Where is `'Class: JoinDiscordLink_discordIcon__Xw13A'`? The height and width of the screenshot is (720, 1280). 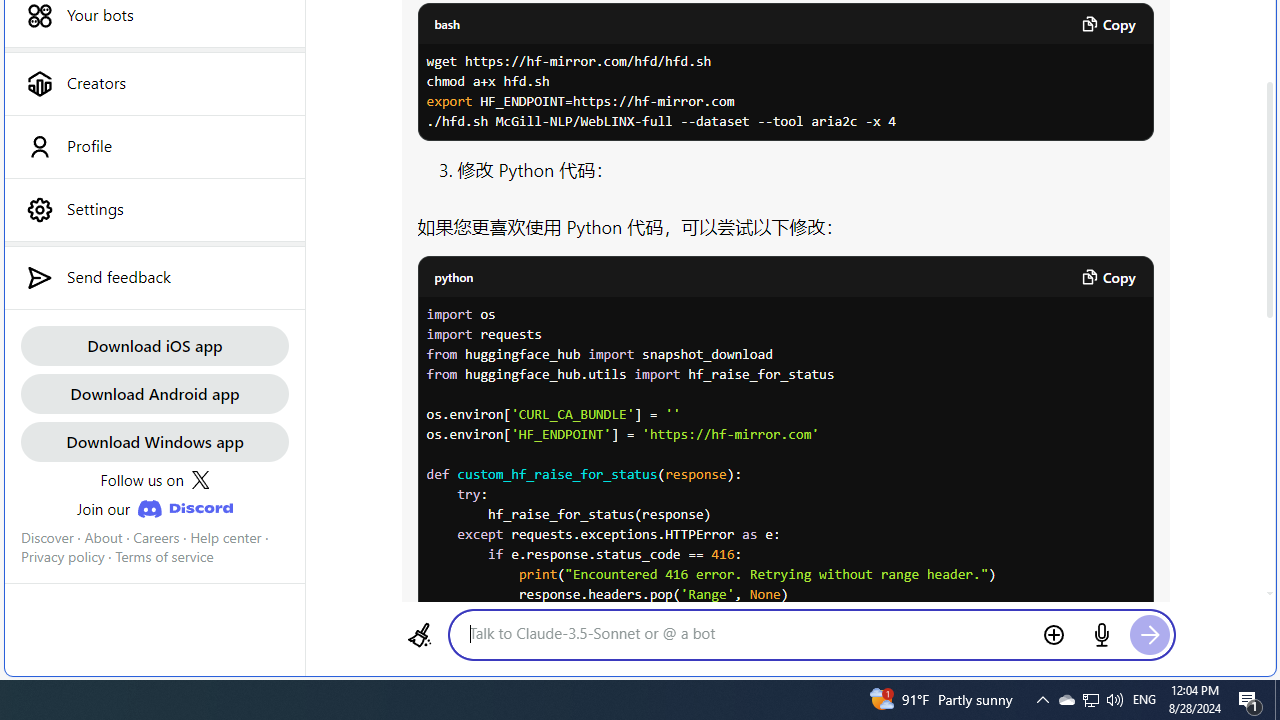 'Class: JoinDiscordLink_discordIcon__Xw13A' is located at coordinates (184, 508).